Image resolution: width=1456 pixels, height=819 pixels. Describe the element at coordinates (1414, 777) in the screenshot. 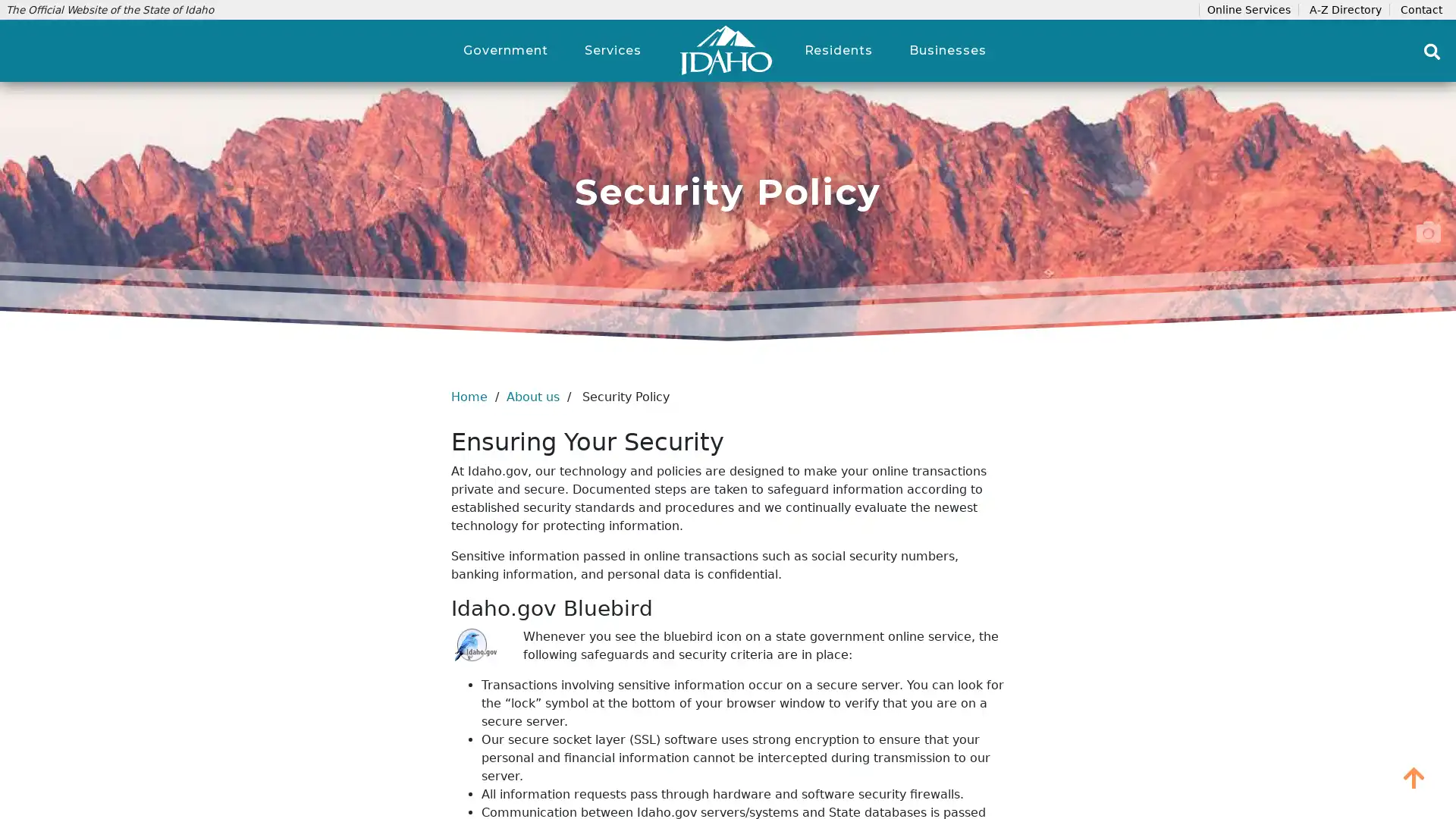

I see `Jump back to top of page button` at that location.